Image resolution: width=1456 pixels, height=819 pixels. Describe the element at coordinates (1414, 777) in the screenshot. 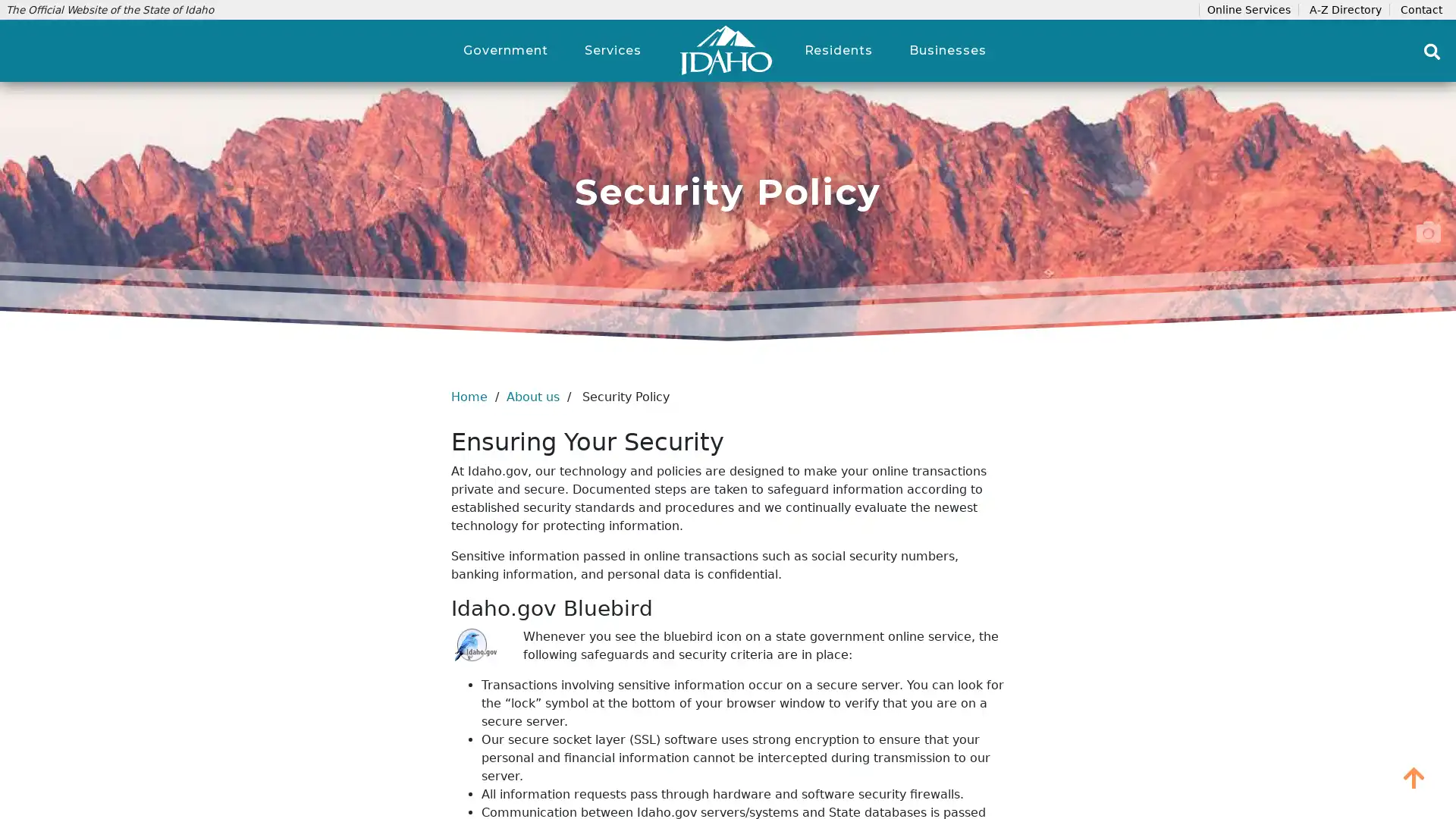

I see `Jump back to top of page button` at that location.